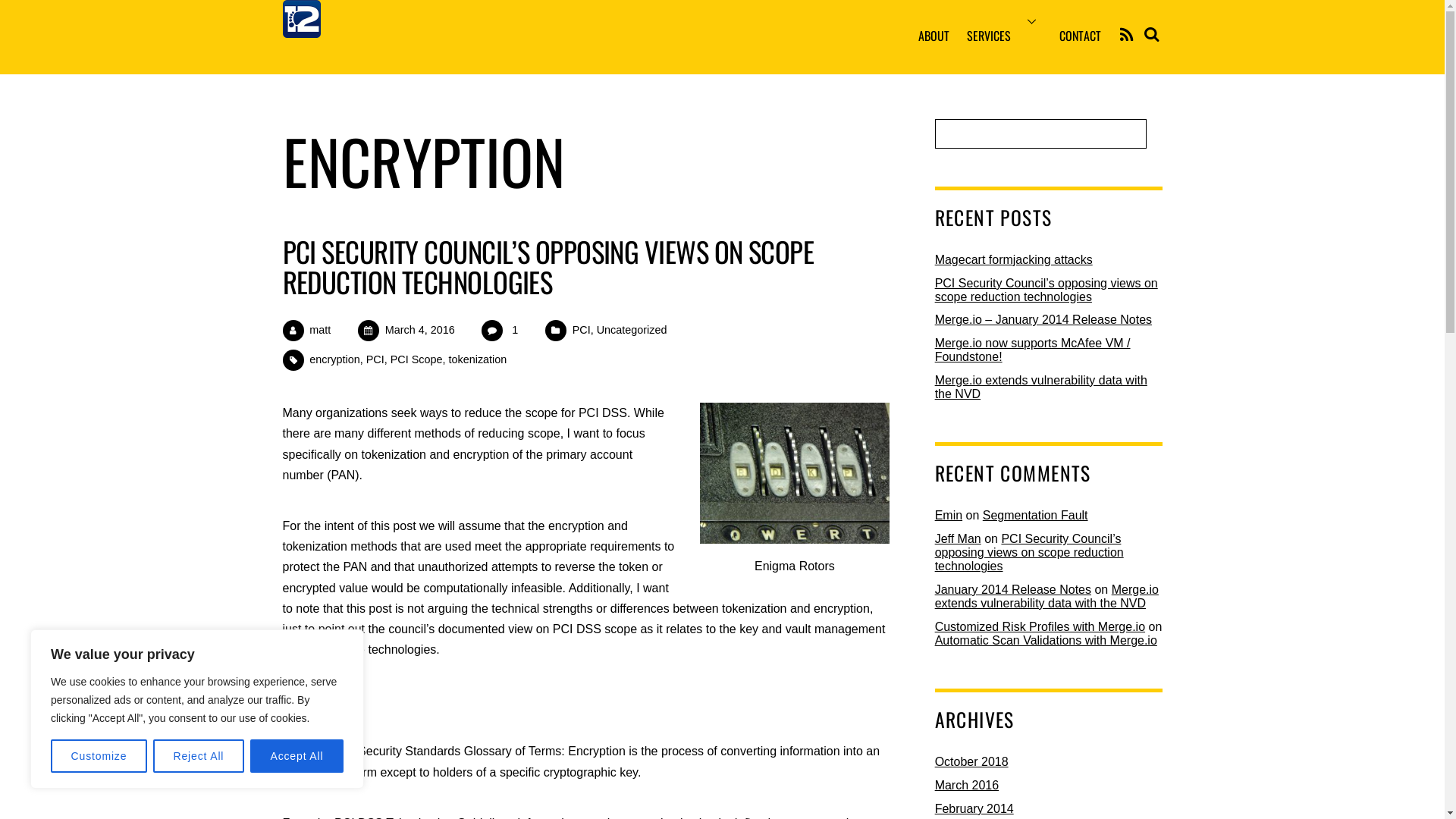  Describe the element at coordinates (1079, 36) in the screenshot. I see `'CONTACT'` at that location.